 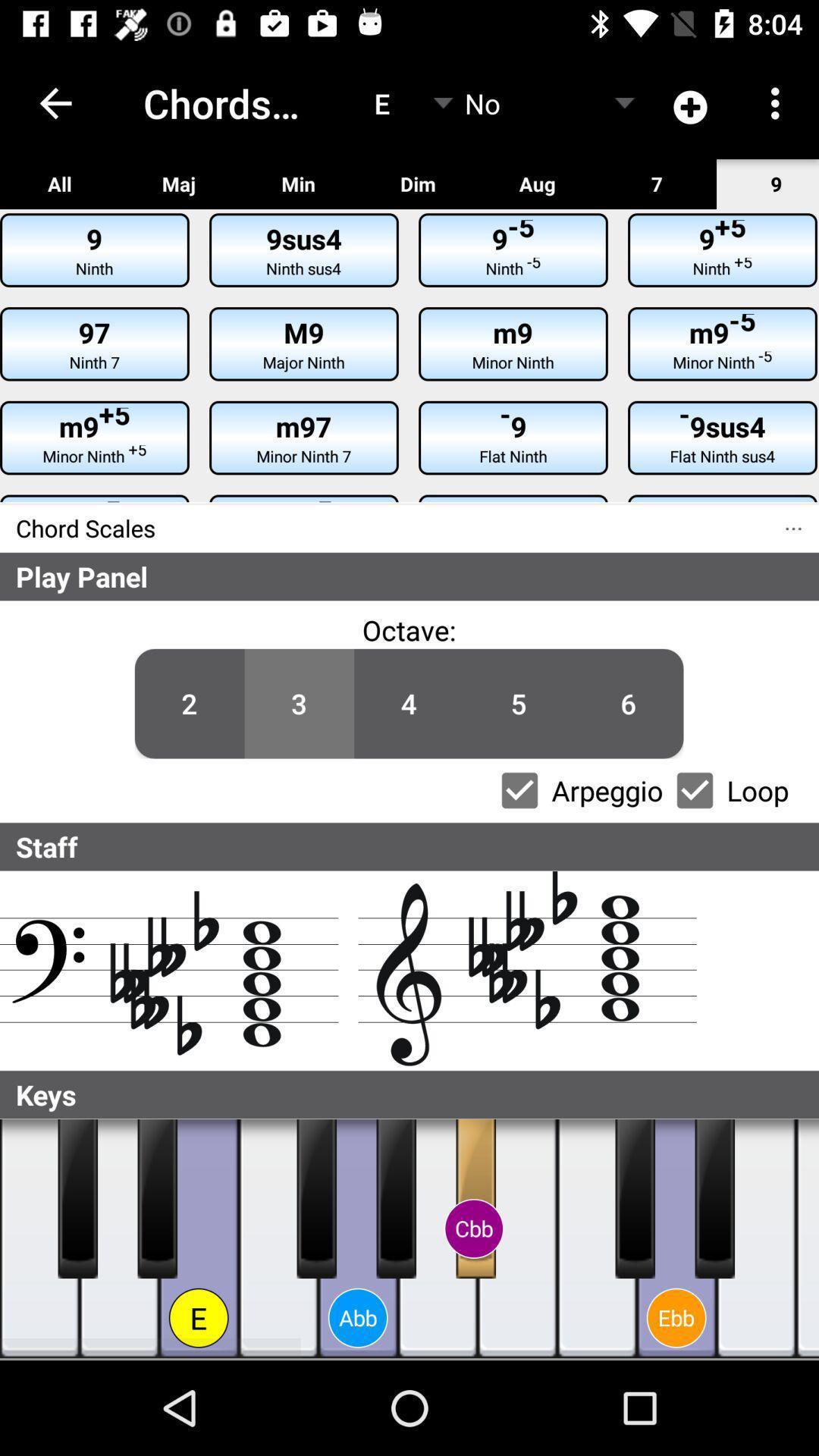 What do you see at coordinates (714, 1197) in the screenshot?
I see `minor key` at bounding box center [714, 1197].